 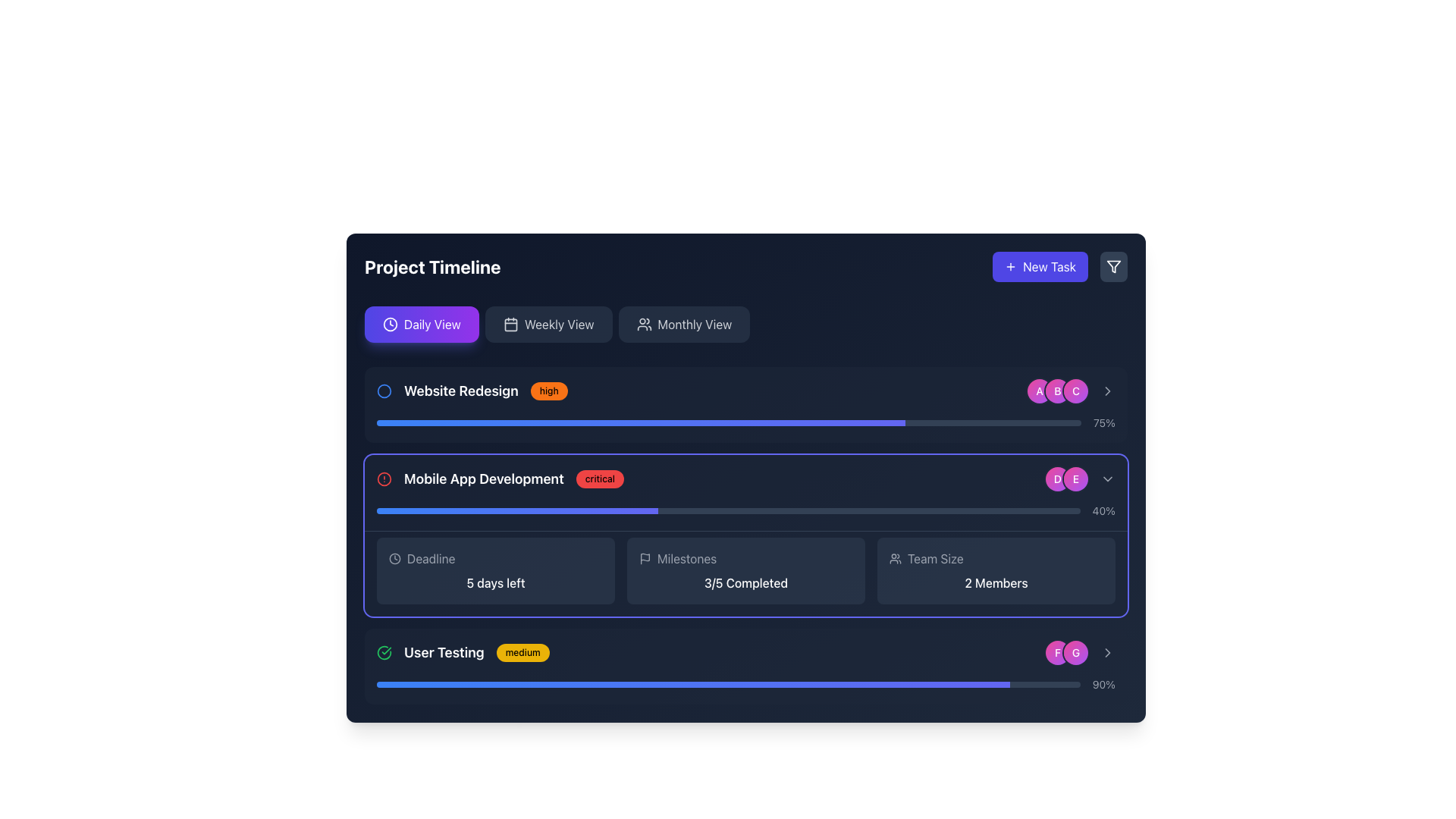 I want to click on the Chevron Right icon located at the right of elements 'F' and 'G' in the bottommost section of the interface, so click(x=1107, y=651).